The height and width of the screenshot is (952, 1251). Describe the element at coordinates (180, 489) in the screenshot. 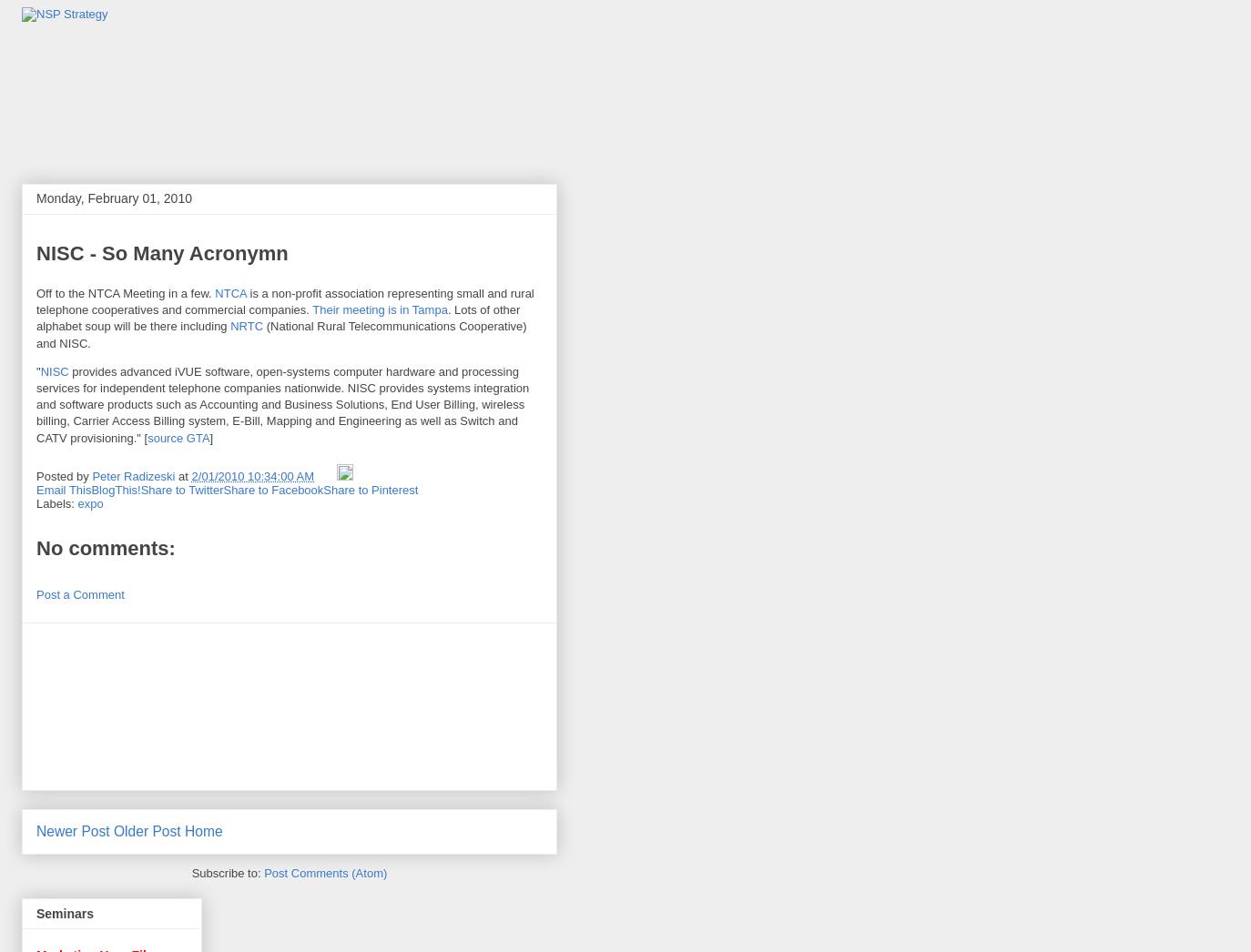

I see `'Share to Twitter'` at that location.